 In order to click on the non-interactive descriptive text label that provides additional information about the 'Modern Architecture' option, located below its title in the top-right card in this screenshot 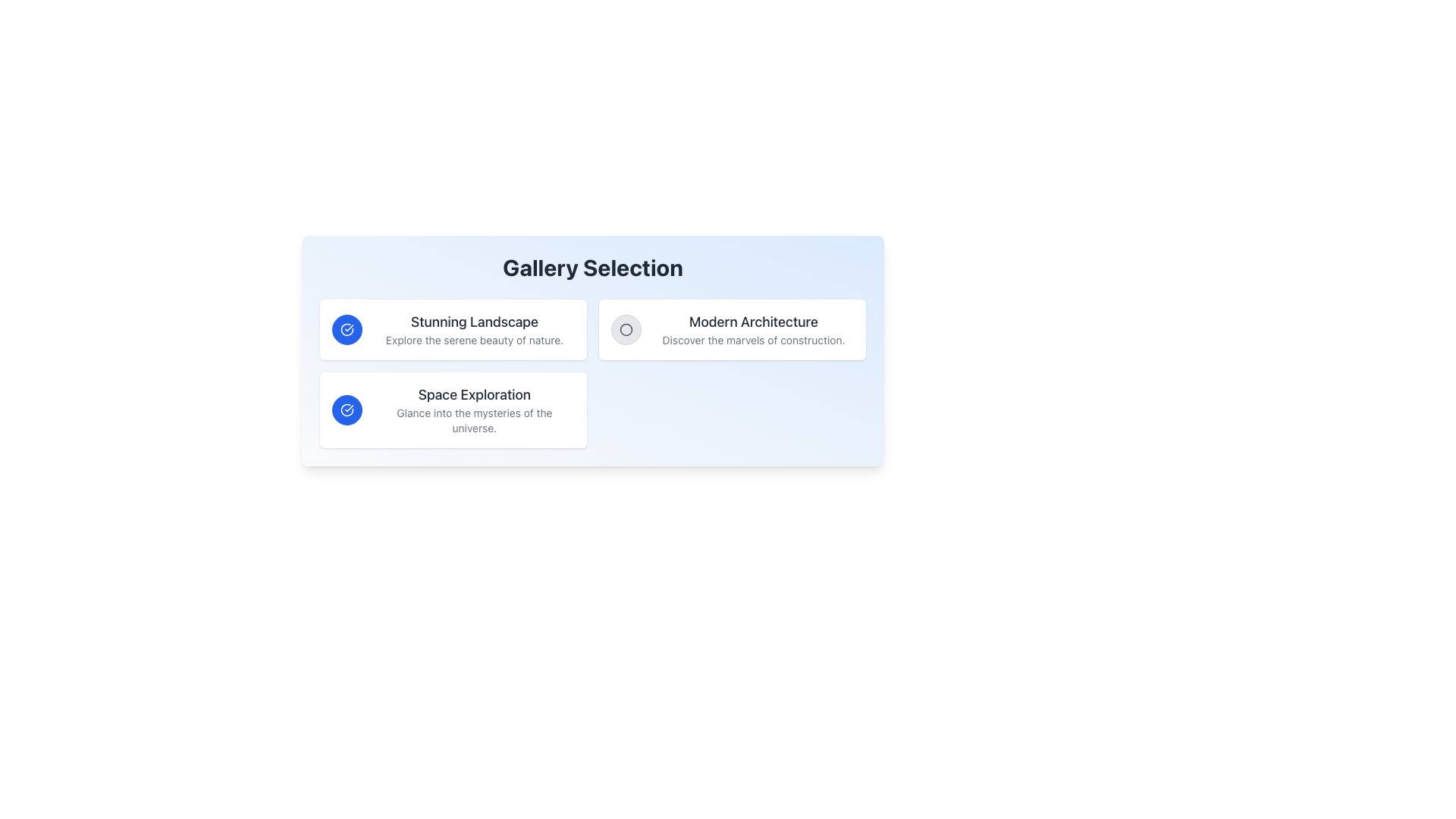, I will do `click(753, 339)`.